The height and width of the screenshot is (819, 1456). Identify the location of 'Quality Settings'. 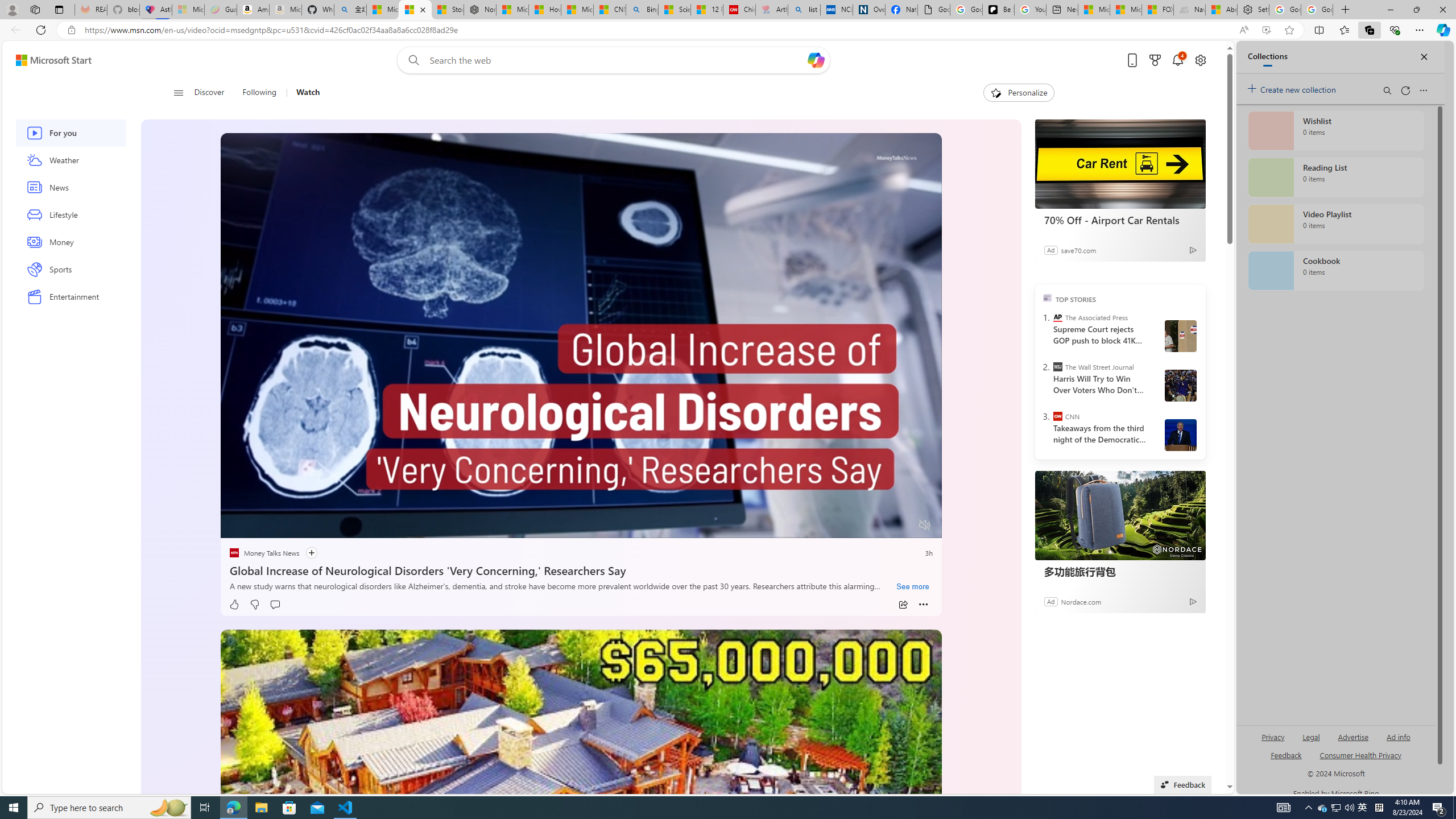
(857, 525).